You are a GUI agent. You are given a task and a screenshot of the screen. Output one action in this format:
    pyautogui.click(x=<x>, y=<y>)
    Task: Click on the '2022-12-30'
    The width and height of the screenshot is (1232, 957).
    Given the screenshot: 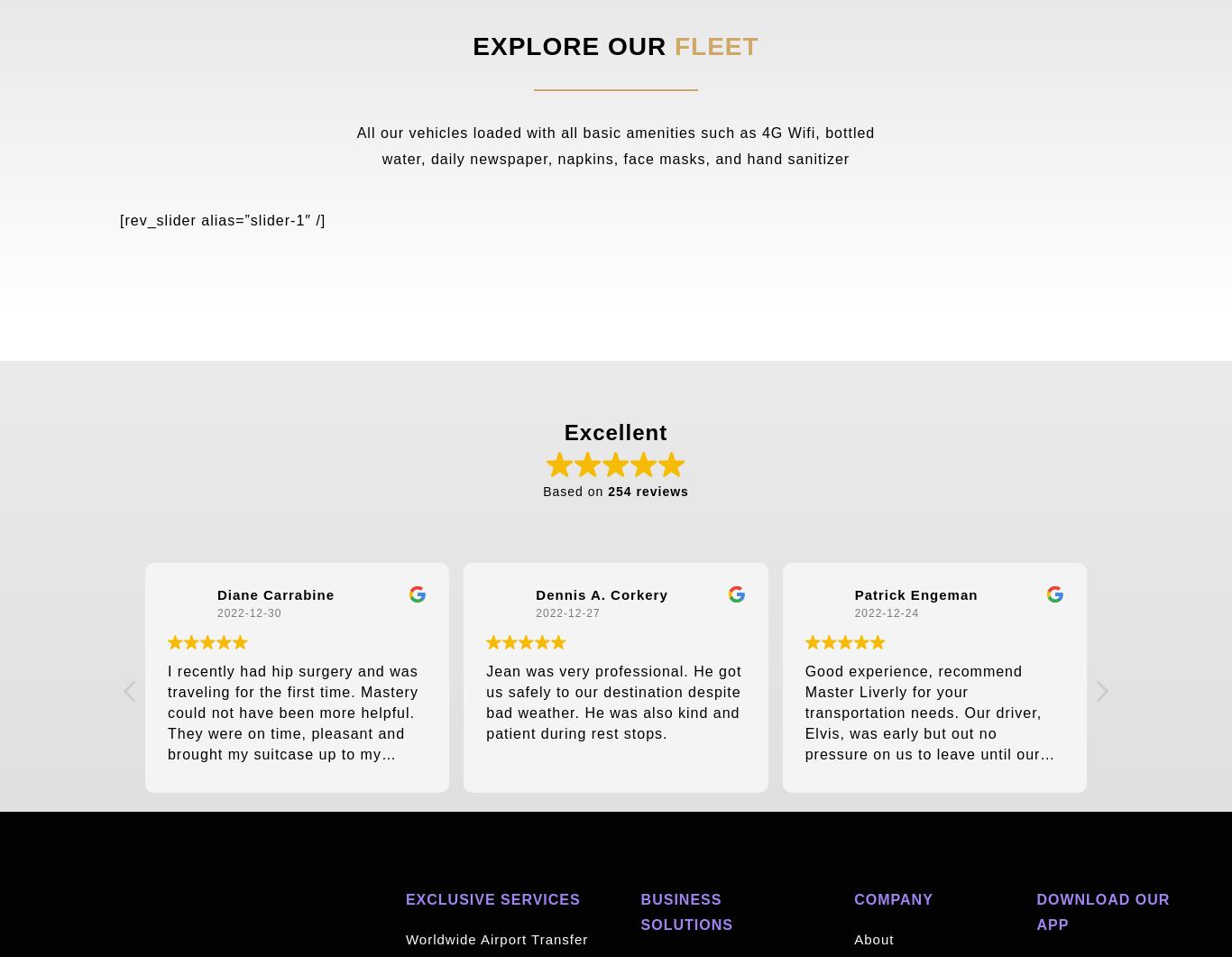 What is the action you would take?
    pyautogui.click(x=248, y=612)
    